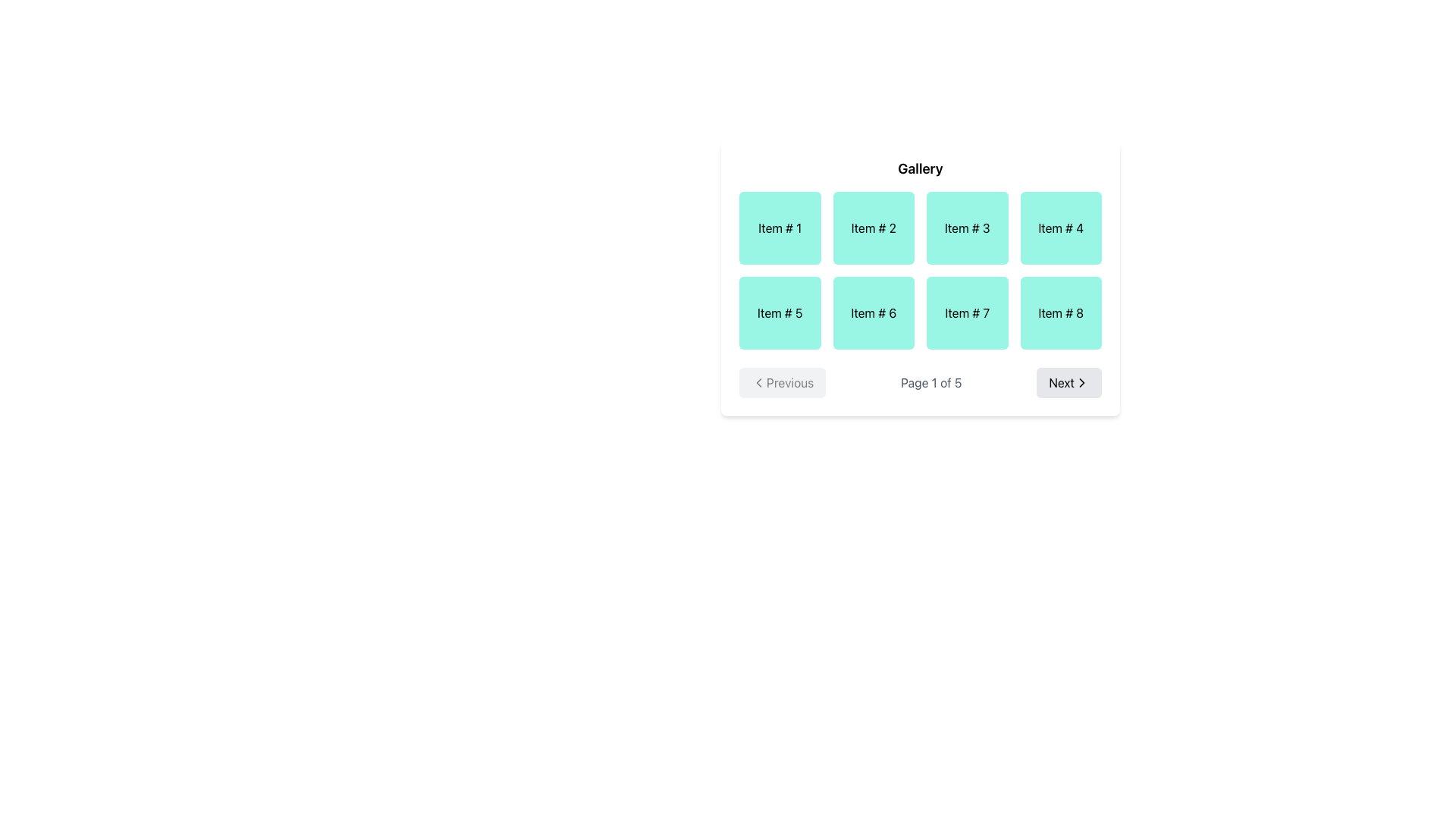  What do you see at coordinates (1068, 382) in the screenshot?
I see `the rightmost button in the pagination controls below the gallery` at bounding box center [1068, 382].